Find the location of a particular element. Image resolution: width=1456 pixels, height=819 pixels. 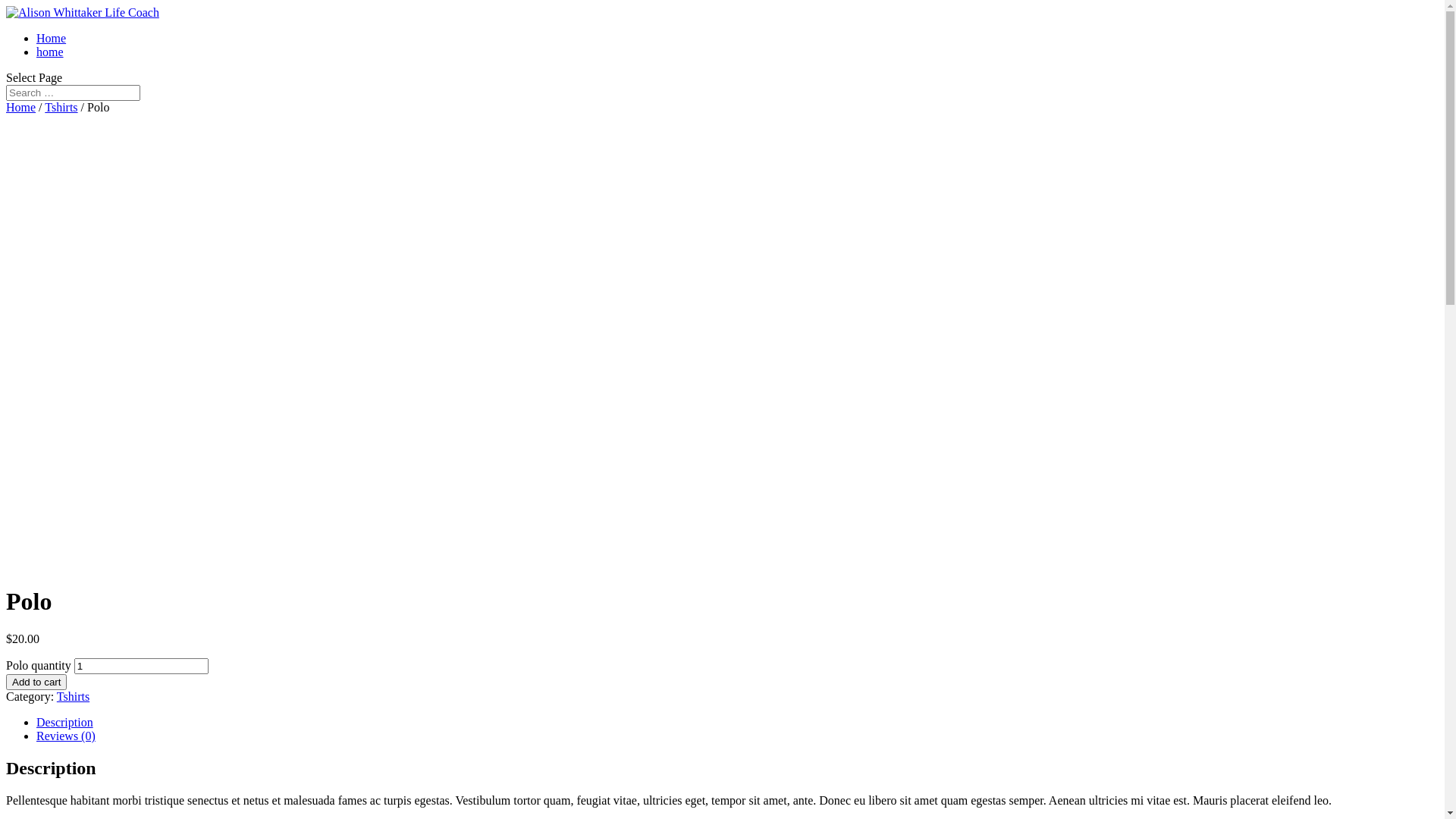

'Description' is located at coordinates (36, 721).